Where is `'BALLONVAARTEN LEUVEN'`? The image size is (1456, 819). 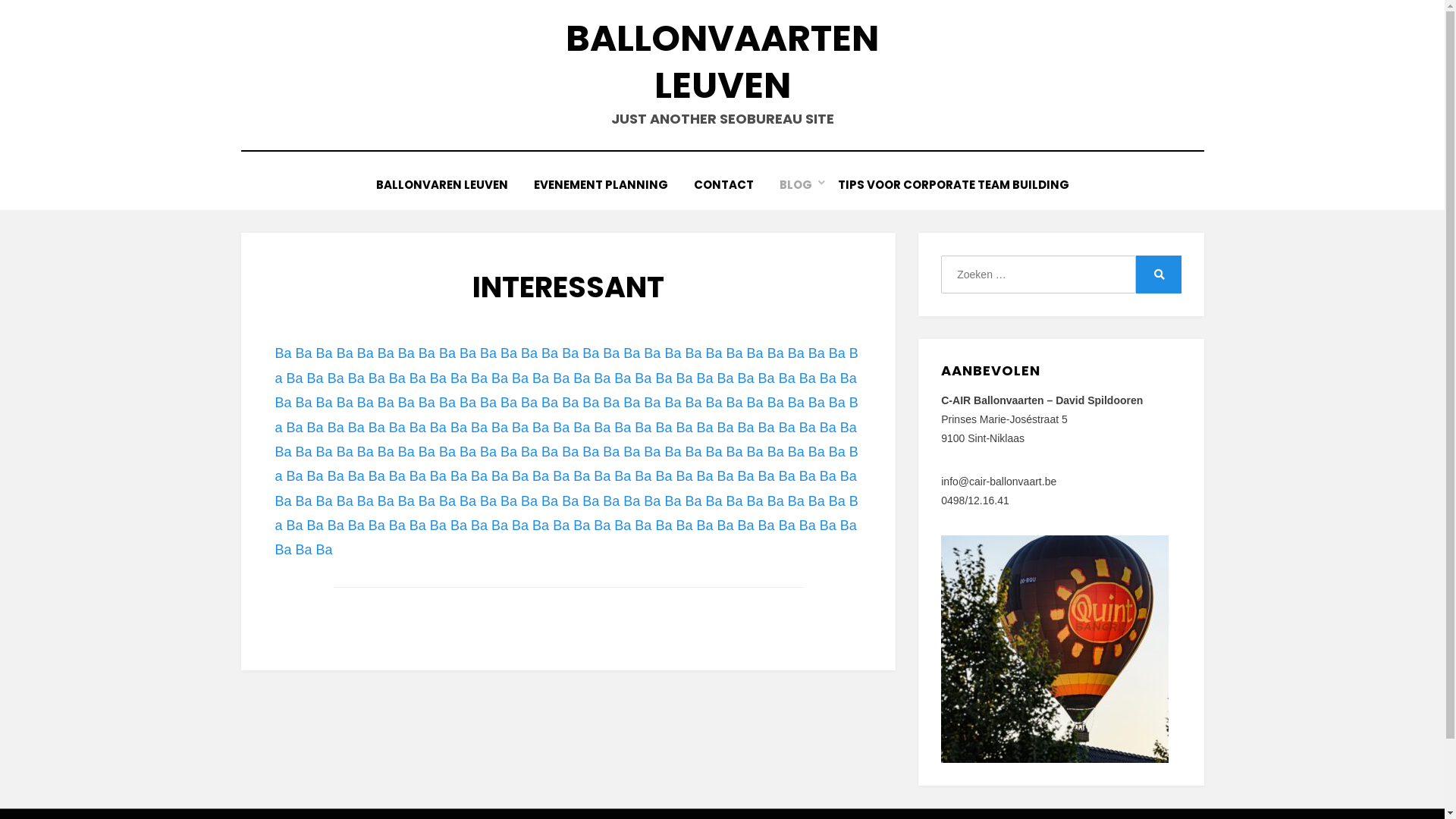
'BALLONVAARTEN LEUVEN' is located at coordinates (721, 61).